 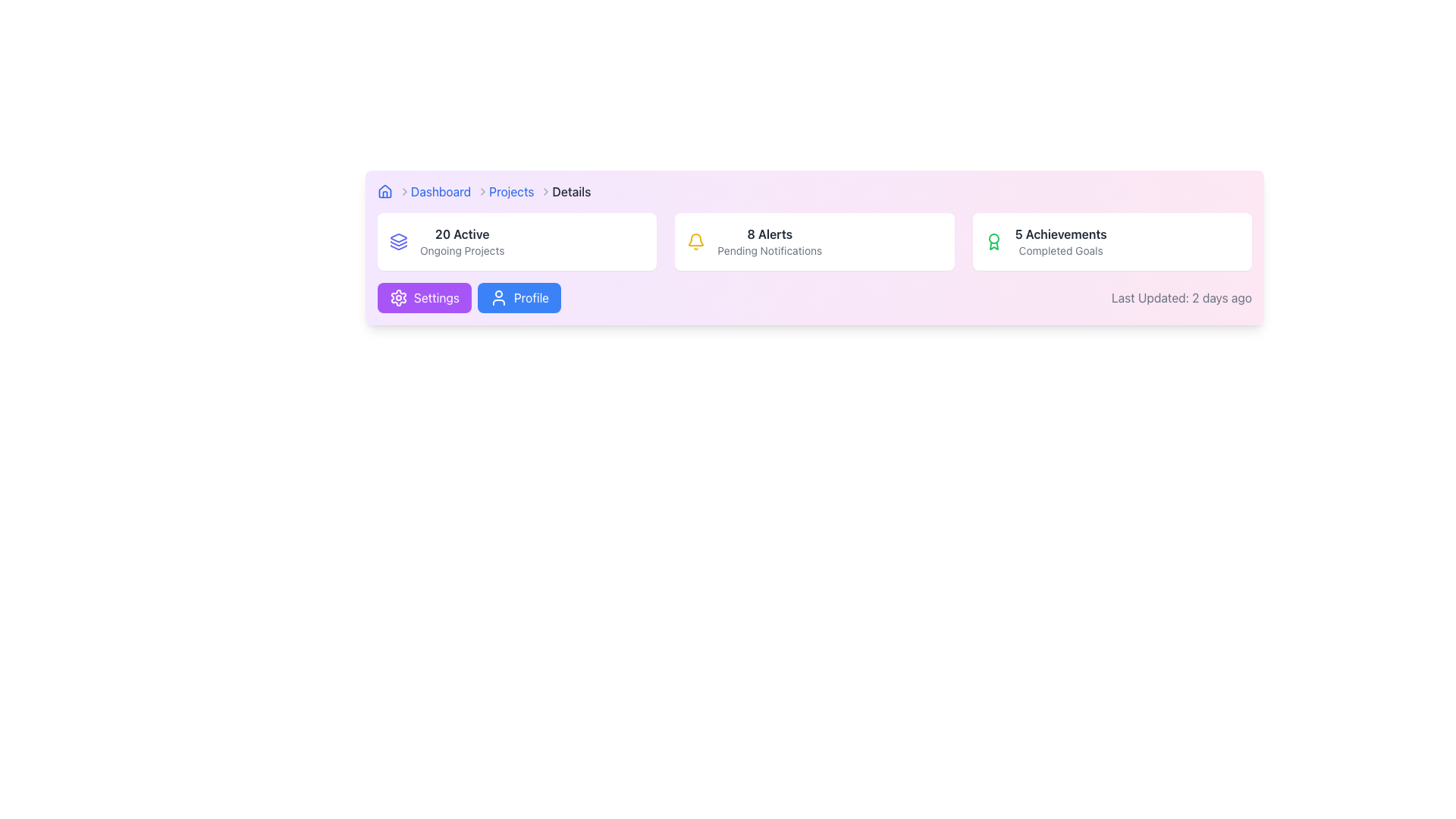 I want to click on the 'Profile' button that contains the user profile SVG icon, which is styled with a blue background and white border, so click(x=498, y=298).